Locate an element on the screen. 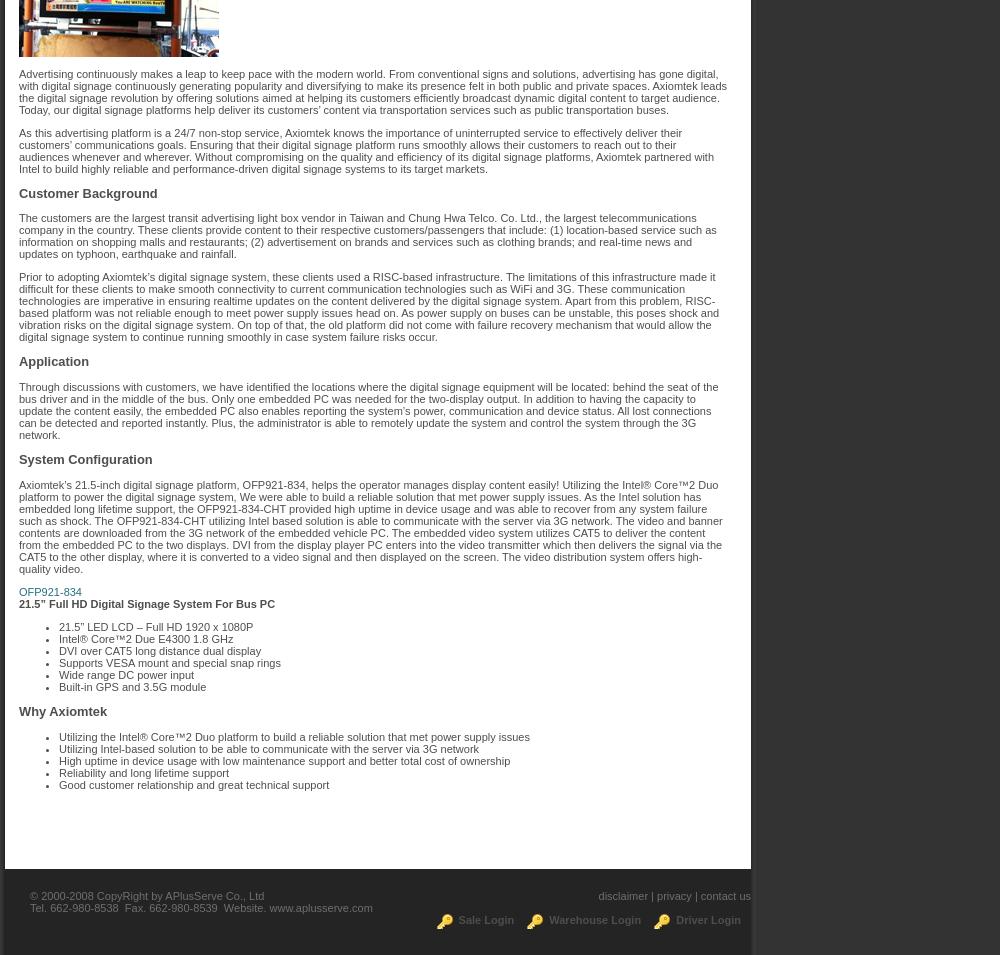  'Advertising continuously makes a leap to keep pace with the modern world. From conventional signs and solutions, advertising has gone digital, with digital signage continuously generating popularity and diversifying to make its presence felt in both public and private spaces. Axiomtek leads the digital signage revolution by offering solutions aimed at helping its customers efficiently broadcast dynamic digital content to target audience. Today, our digital signage platforms help deliver its customers’ content via transportation services such as public transportation buses.' is located at coordinates (19, 90).